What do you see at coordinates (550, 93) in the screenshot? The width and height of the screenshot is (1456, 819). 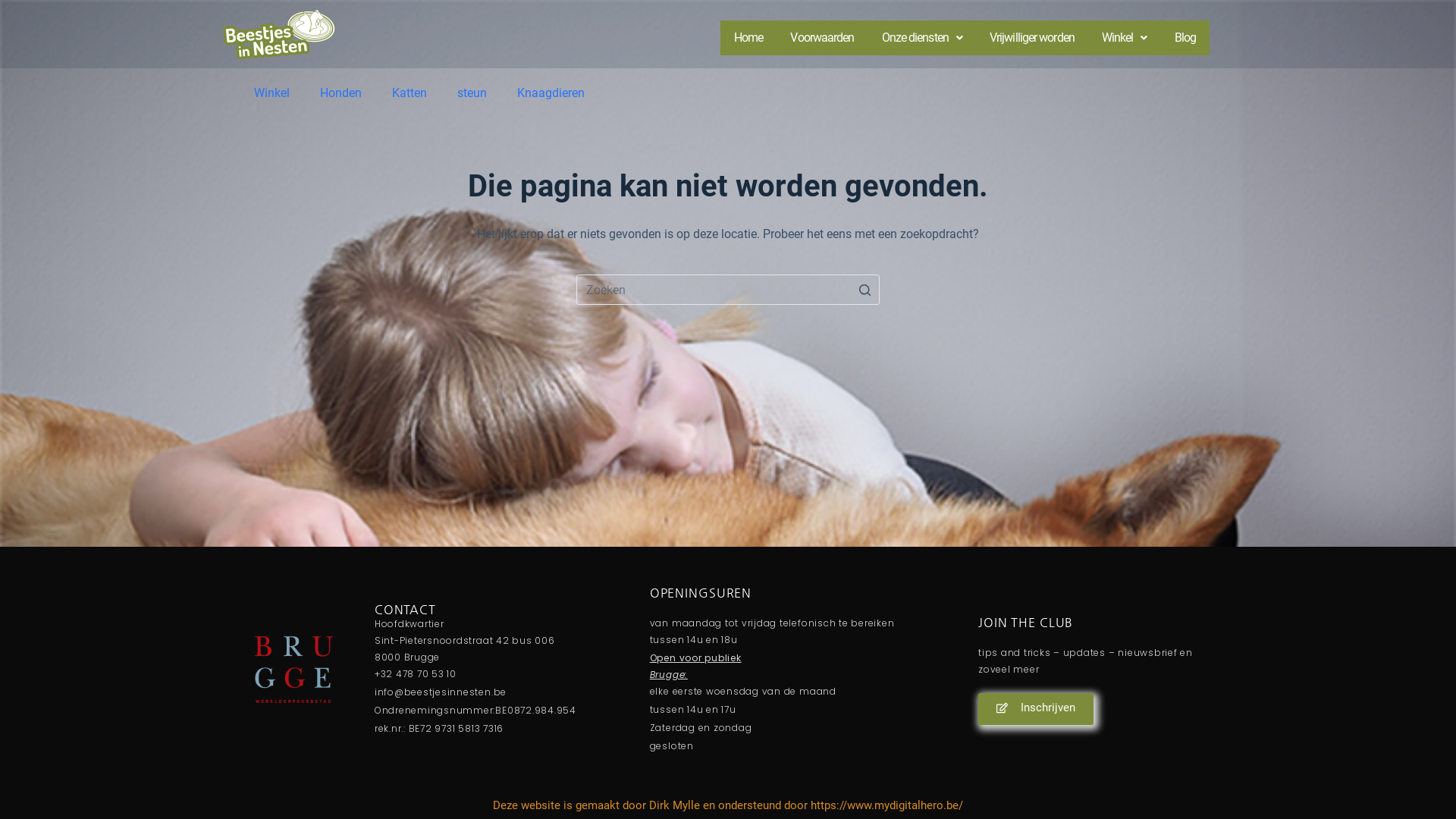 I see `'Knaagdieren'` at bounding box center [550, 93].